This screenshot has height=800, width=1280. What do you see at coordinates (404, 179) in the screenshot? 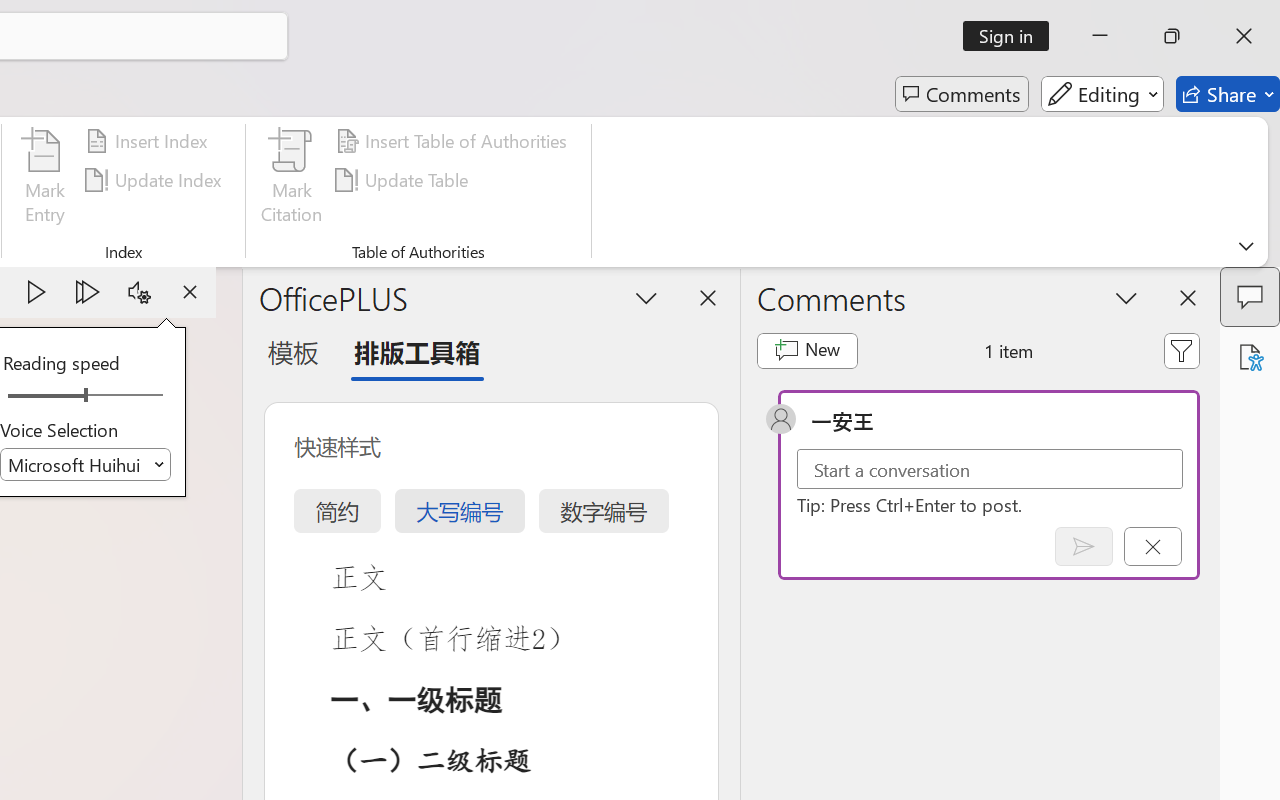
I see `'Update Table'` at bounding box center [404, 179].